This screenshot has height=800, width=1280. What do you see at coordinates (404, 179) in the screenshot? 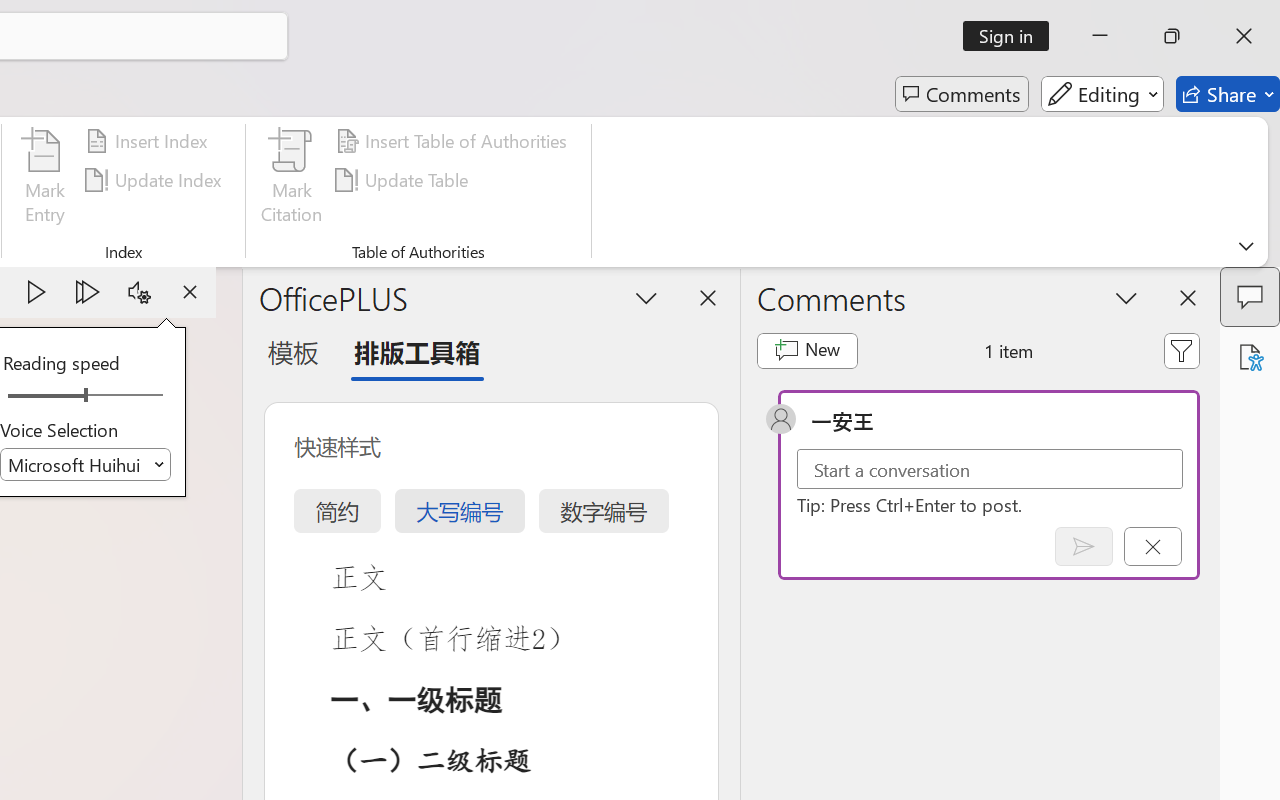
I see `'Update Table'` at bounding box center [404, 179].